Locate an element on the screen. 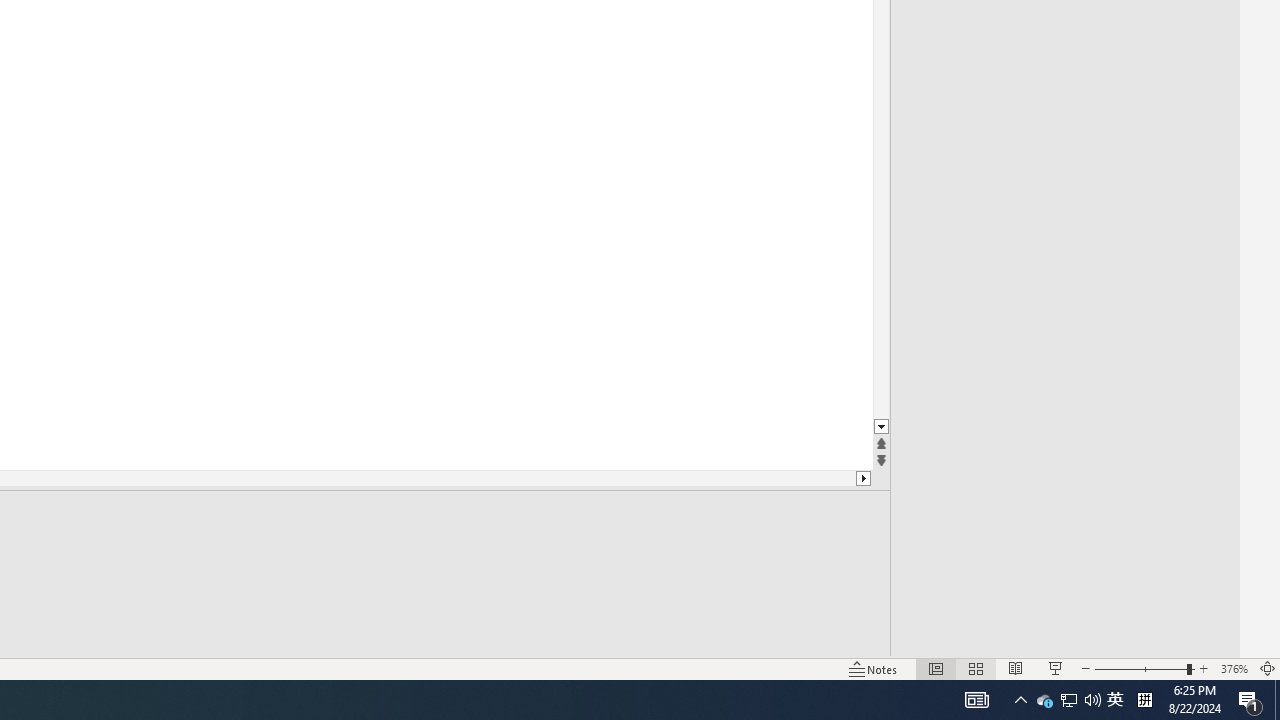  'Zoom 376%' is located at coordinates (1233, 669).